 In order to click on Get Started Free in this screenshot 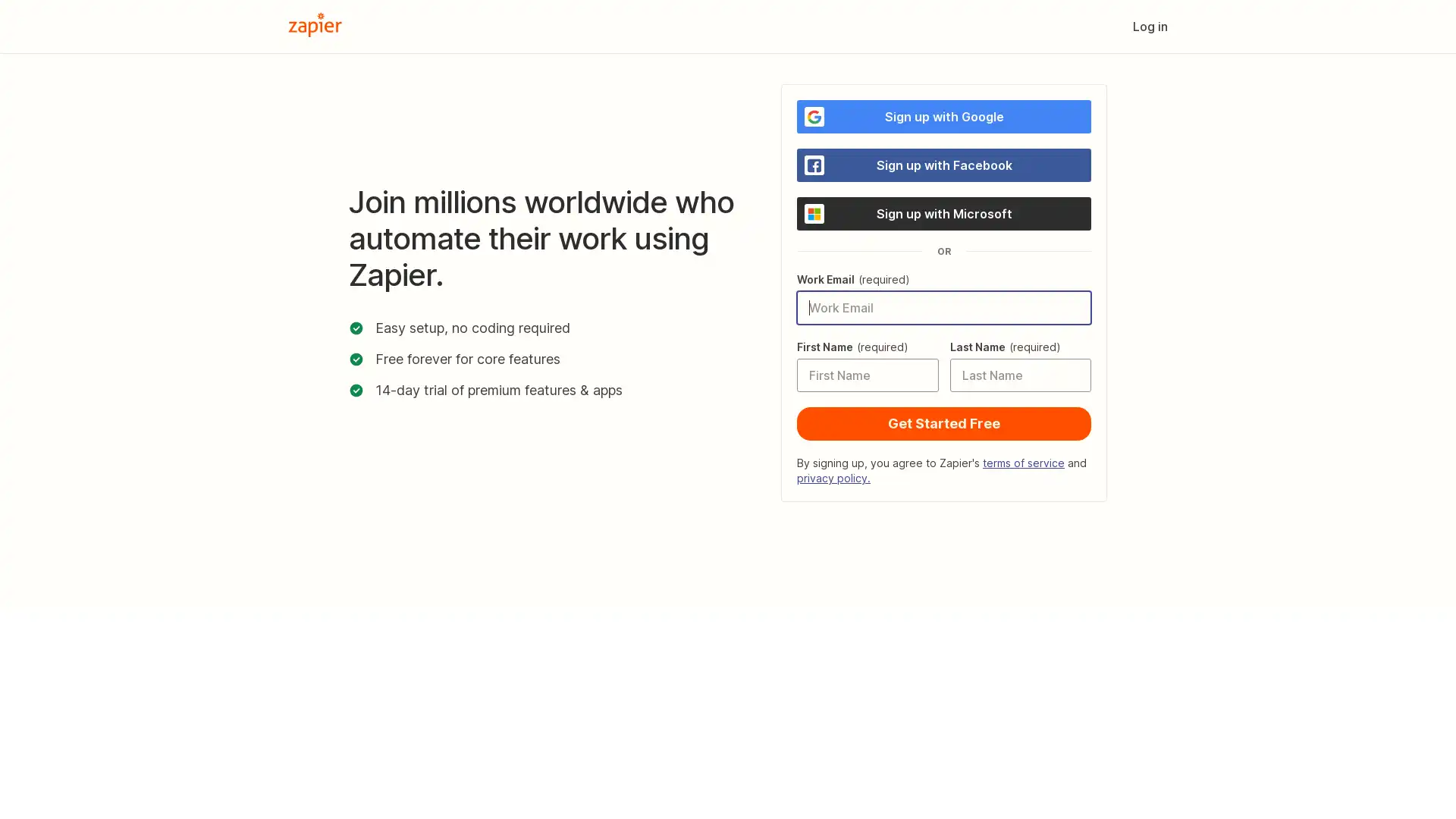, I will do `click(943, 424)`.